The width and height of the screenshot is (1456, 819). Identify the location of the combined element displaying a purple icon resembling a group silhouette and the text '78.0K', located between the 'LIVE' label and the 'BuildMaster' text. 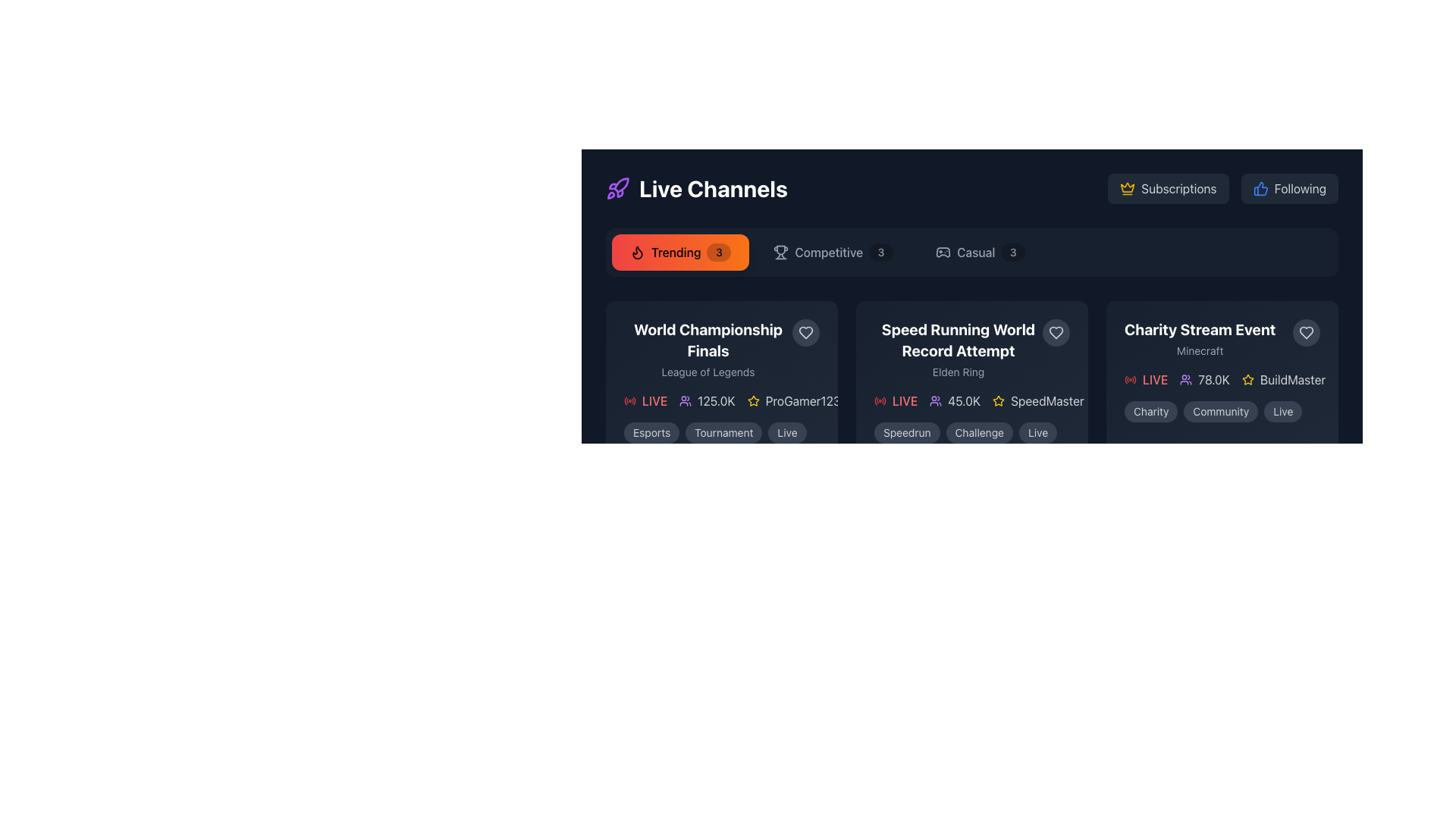
(1204, 379).